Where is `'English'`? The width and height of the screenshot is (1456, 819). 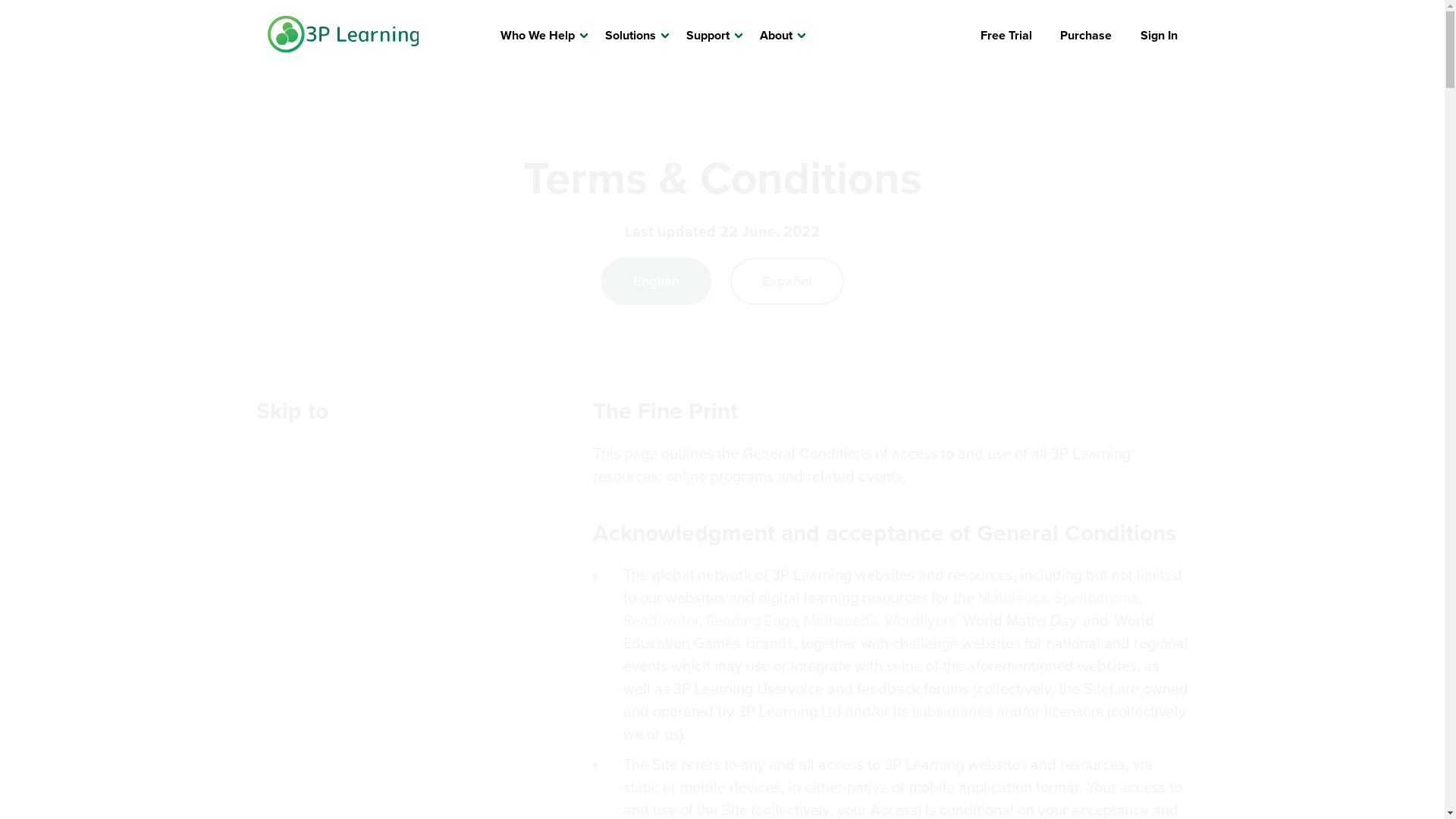 'English' is located at coordinates (655, 281).